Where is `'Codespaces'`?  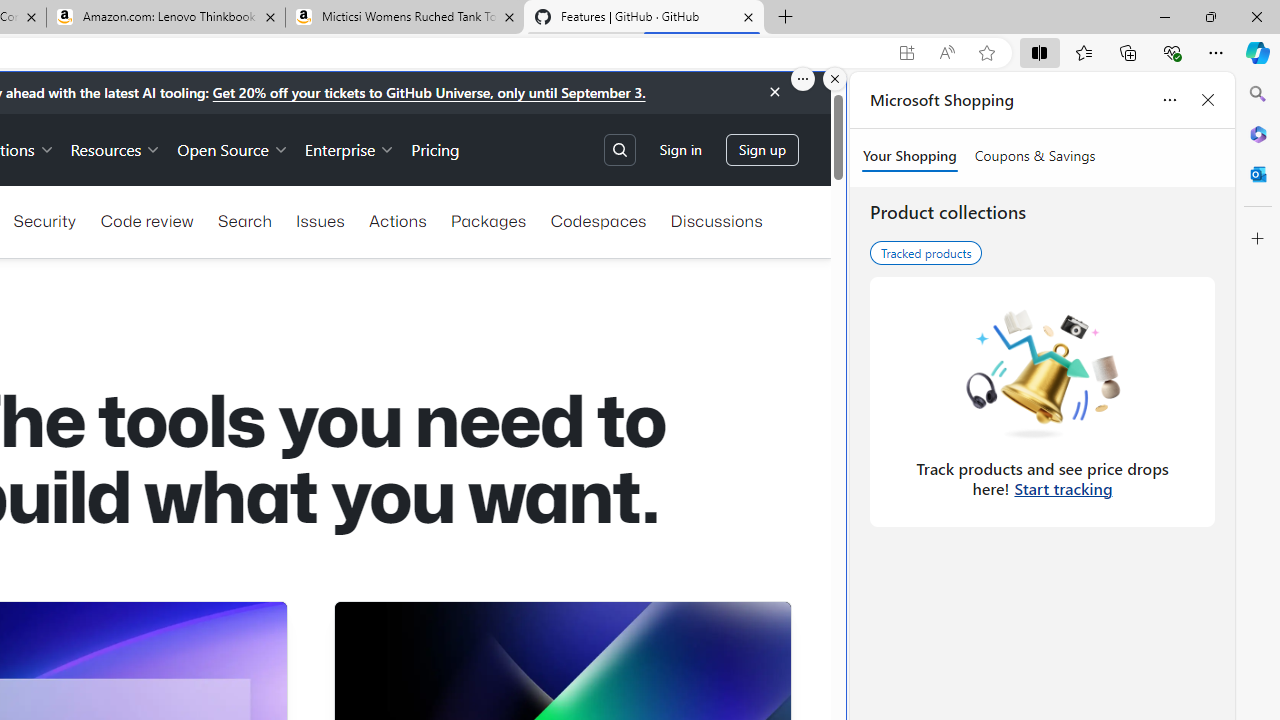
'Codespaces' is located at coordinates (597, 221).